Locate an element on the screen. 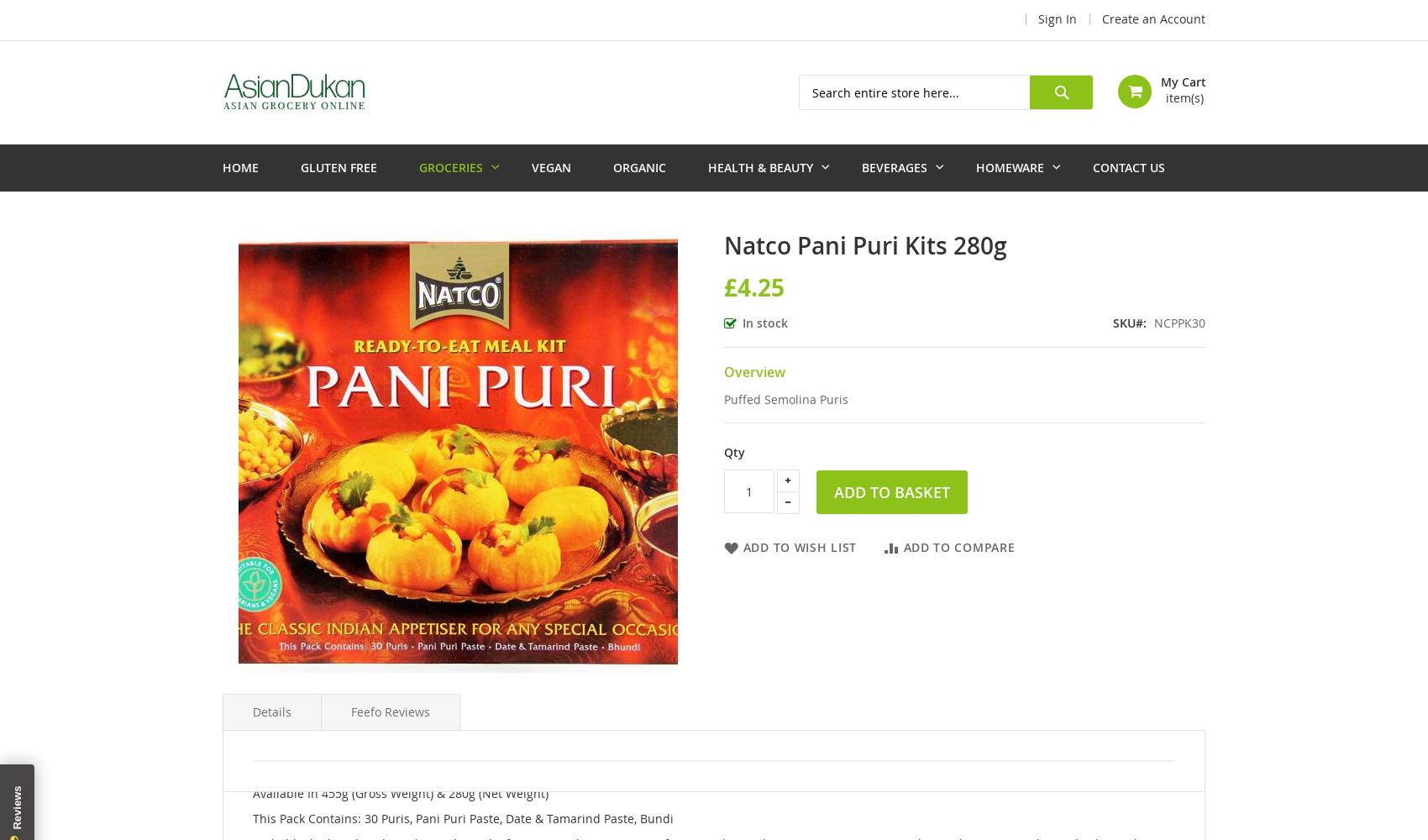  'Add to Compare' is located at coordinates (958, 547).